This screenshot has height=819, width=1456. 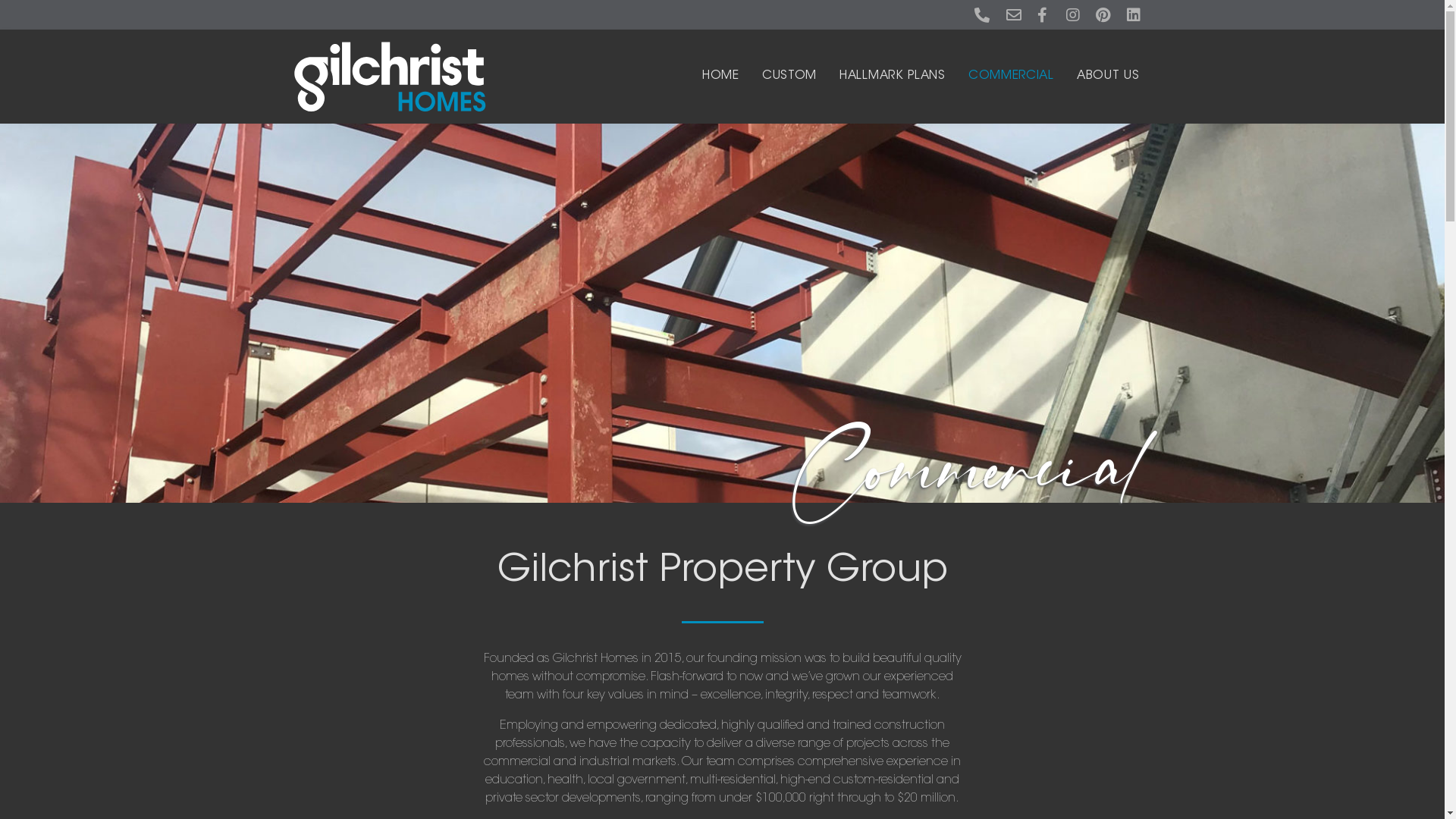 What do you see at coordinates (761, 76) in the screenshot?
I see `'CUSTOM'` at bounding box center [761, 76].